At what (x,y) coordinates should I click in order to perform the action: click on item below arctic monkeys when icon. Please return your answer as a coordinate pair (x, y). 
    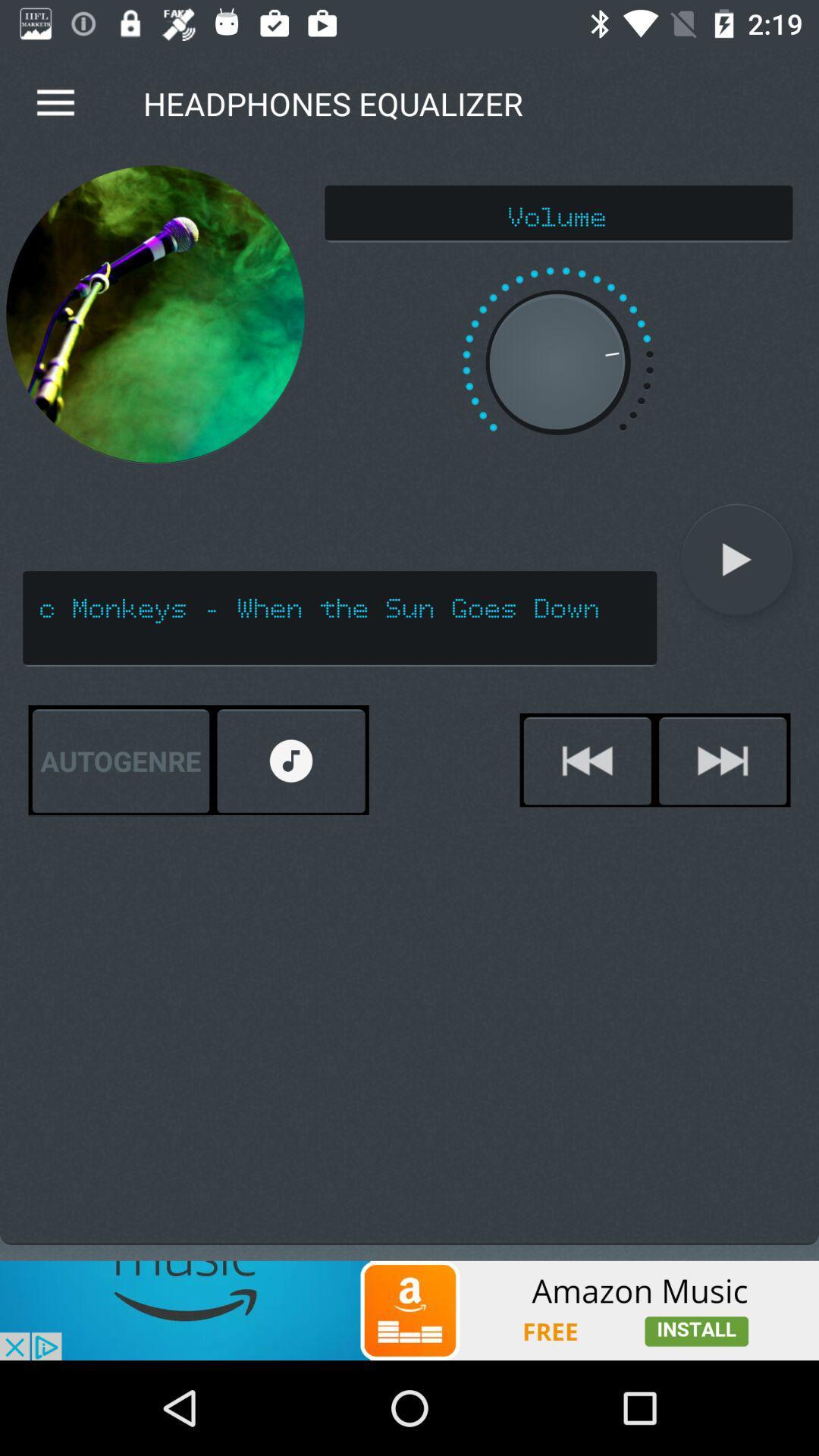
    Looking at the image, I should click on (120, 761).